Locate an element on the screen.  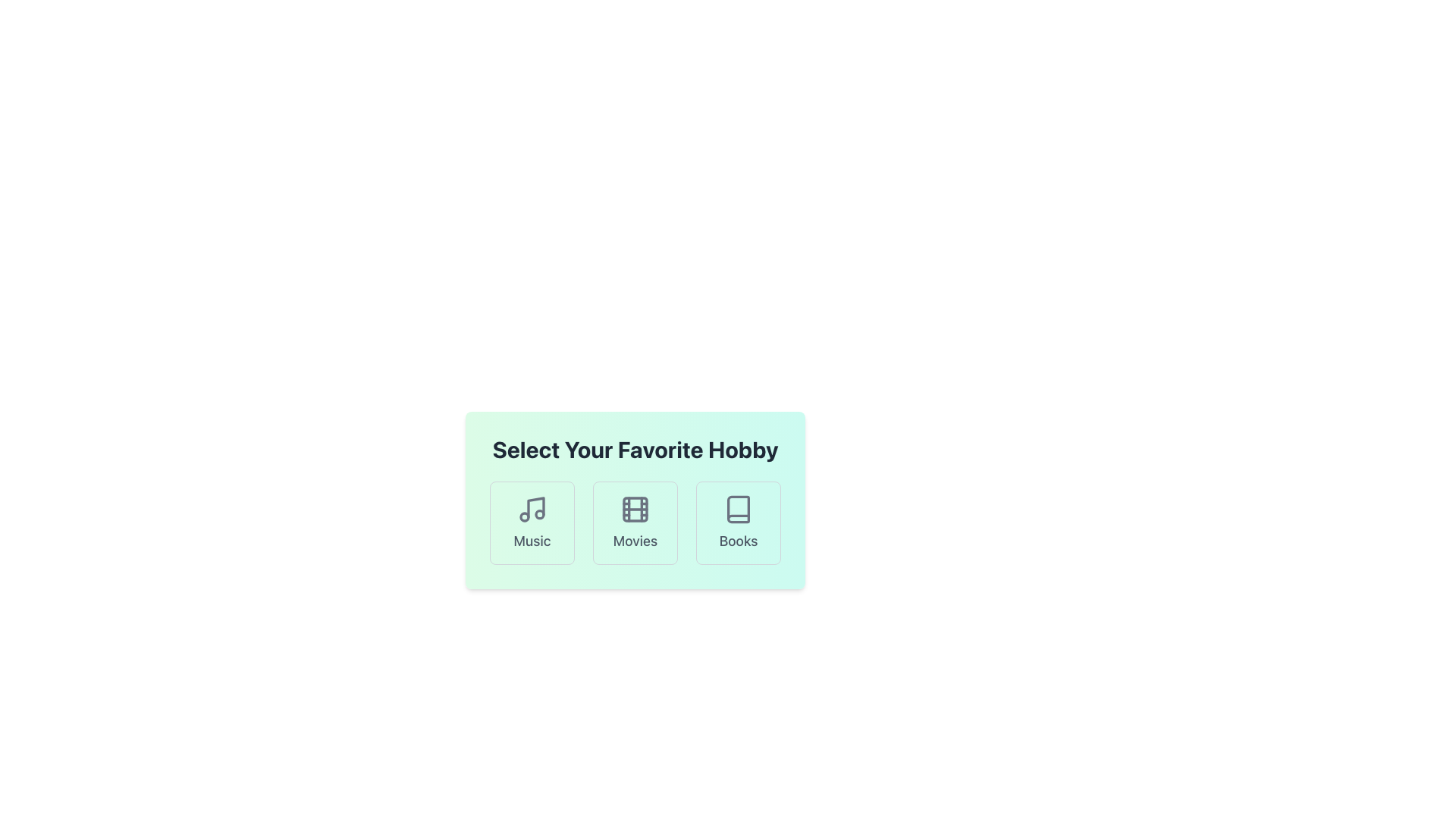
the inner rectangle of the 'Movies' icon, which is the second icon in a row of three, located under the text 'Select Your Favorite Hobby' is located at coordinates (635, 509).